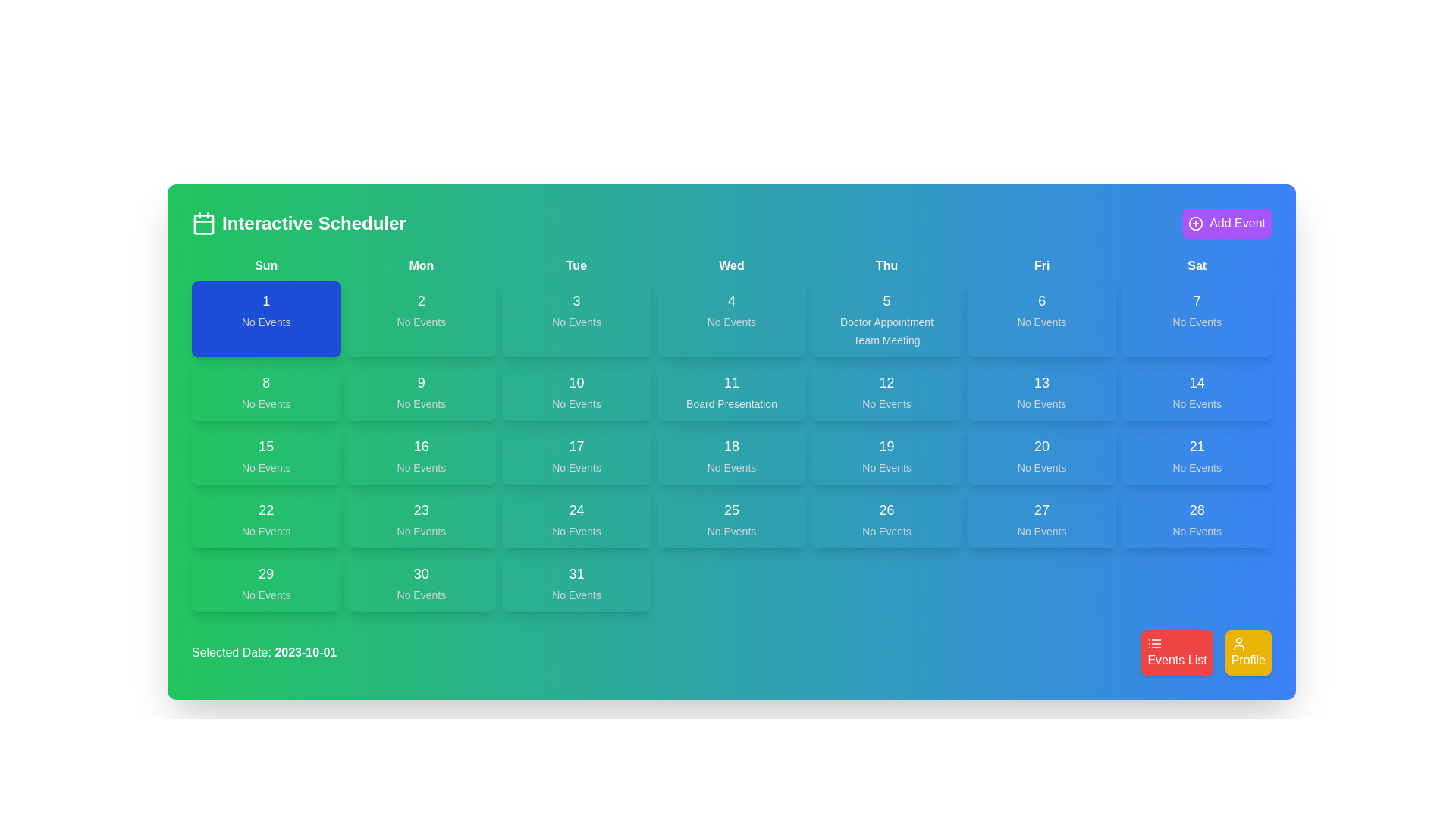 The width and height of the screenshot is (1456, 819). What do you see at coordinates (266, 446) in the screenshot?
I see `displayed text '15' from the Text Label, which is centered and styled with a bold font on a green gradient background in the calendar grid layout` at bounding box center [266, 446].